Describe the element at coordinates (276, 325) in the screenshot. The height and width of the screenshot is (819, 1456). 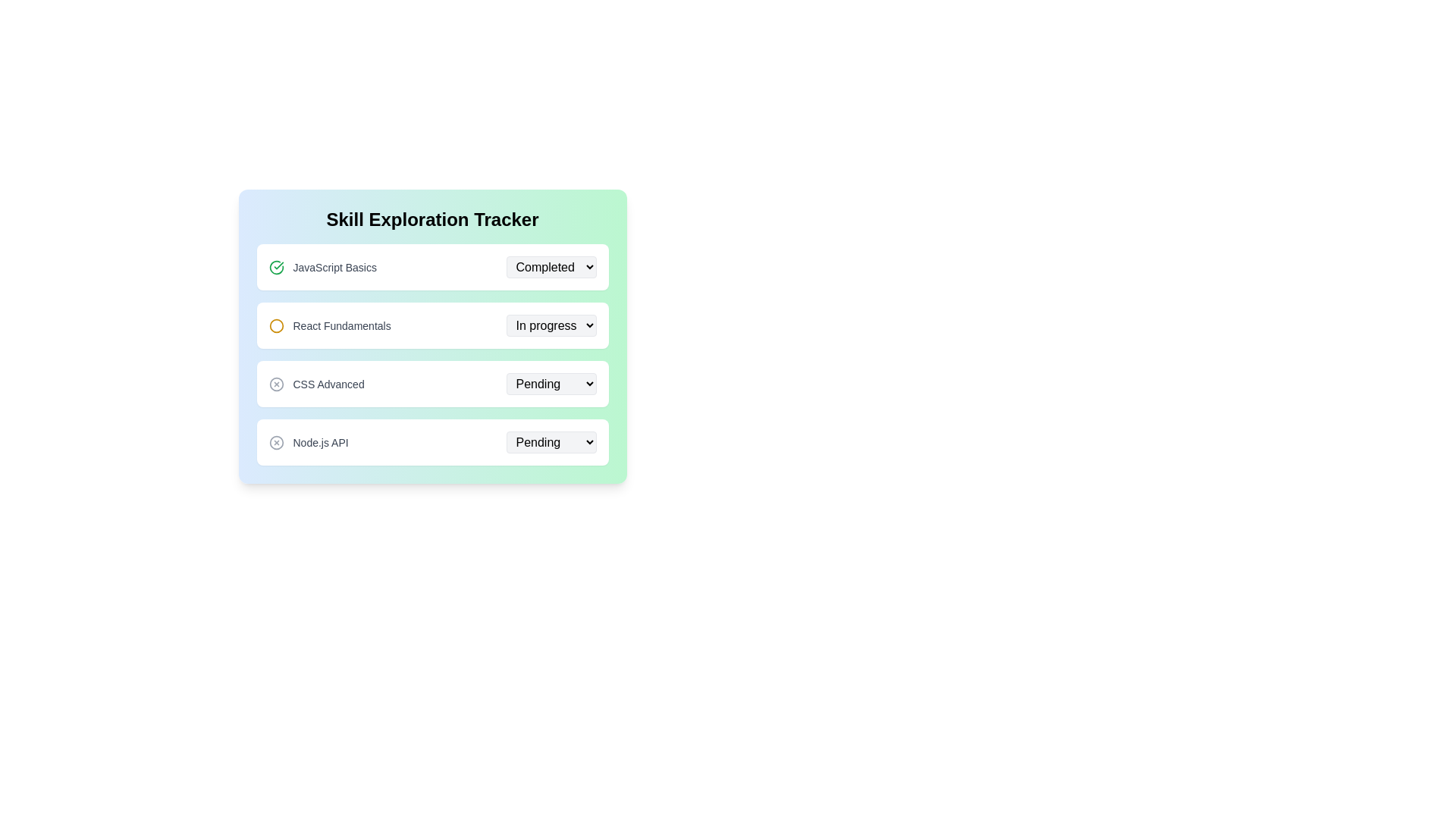
I see `the status or progress indicator icon located to the left of the 'React Fundamentals' text in the second row of items` at that location.